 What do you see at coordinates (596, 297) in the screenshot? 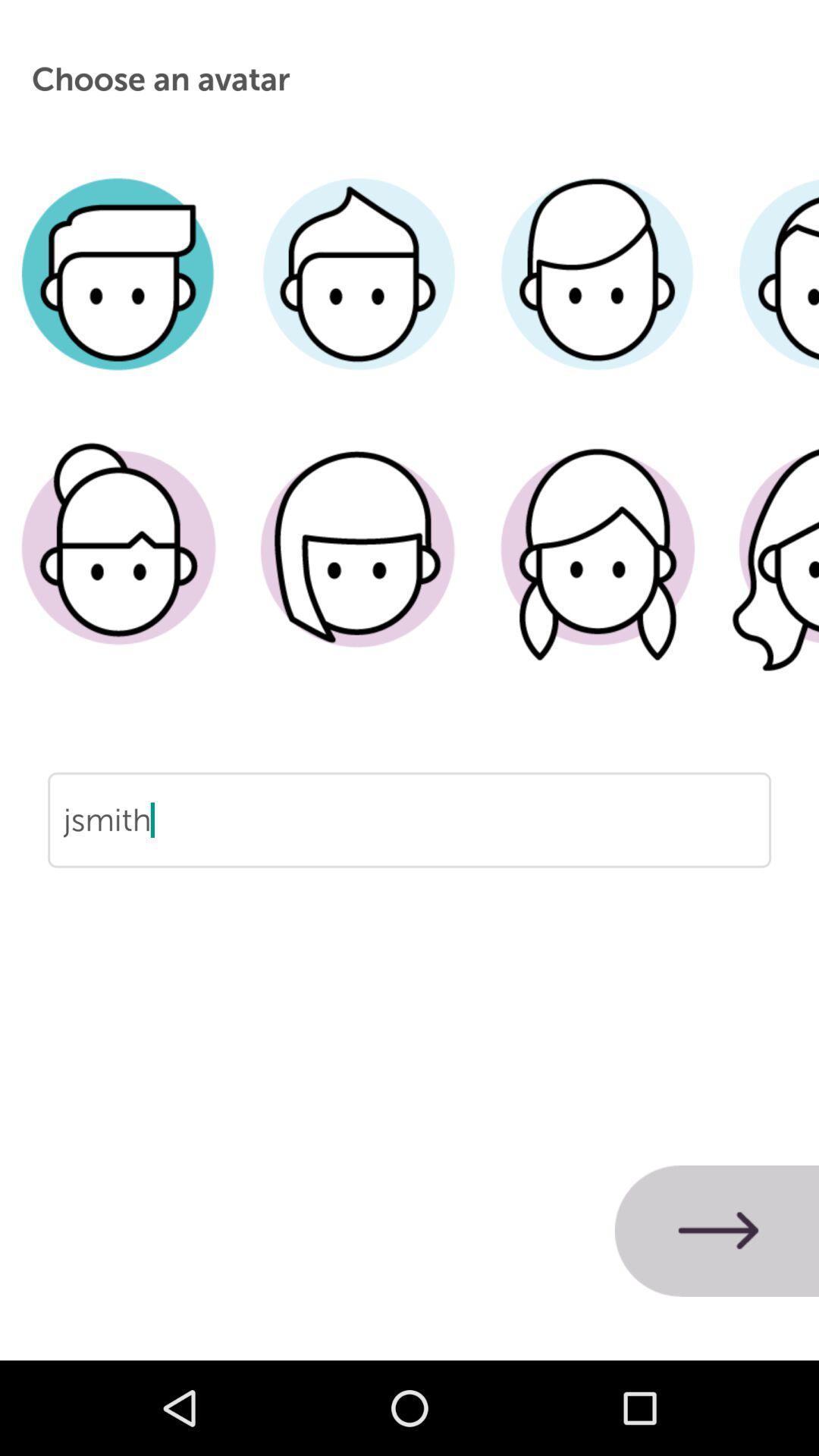
I see `choose avatar` at bounding box center [596, 297].